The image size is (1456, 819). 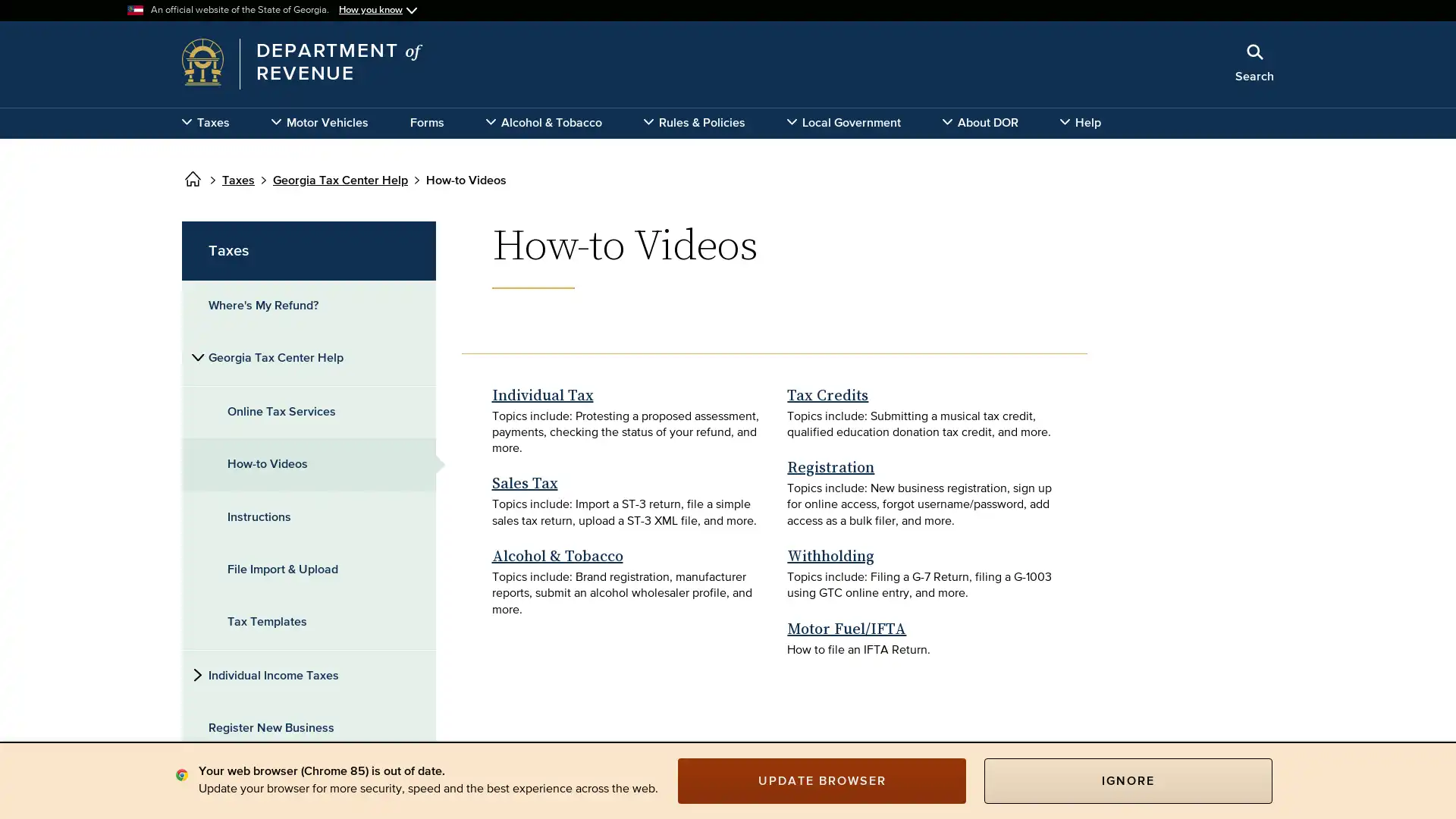 I want to click on Search, so click(x=1254, y=64).